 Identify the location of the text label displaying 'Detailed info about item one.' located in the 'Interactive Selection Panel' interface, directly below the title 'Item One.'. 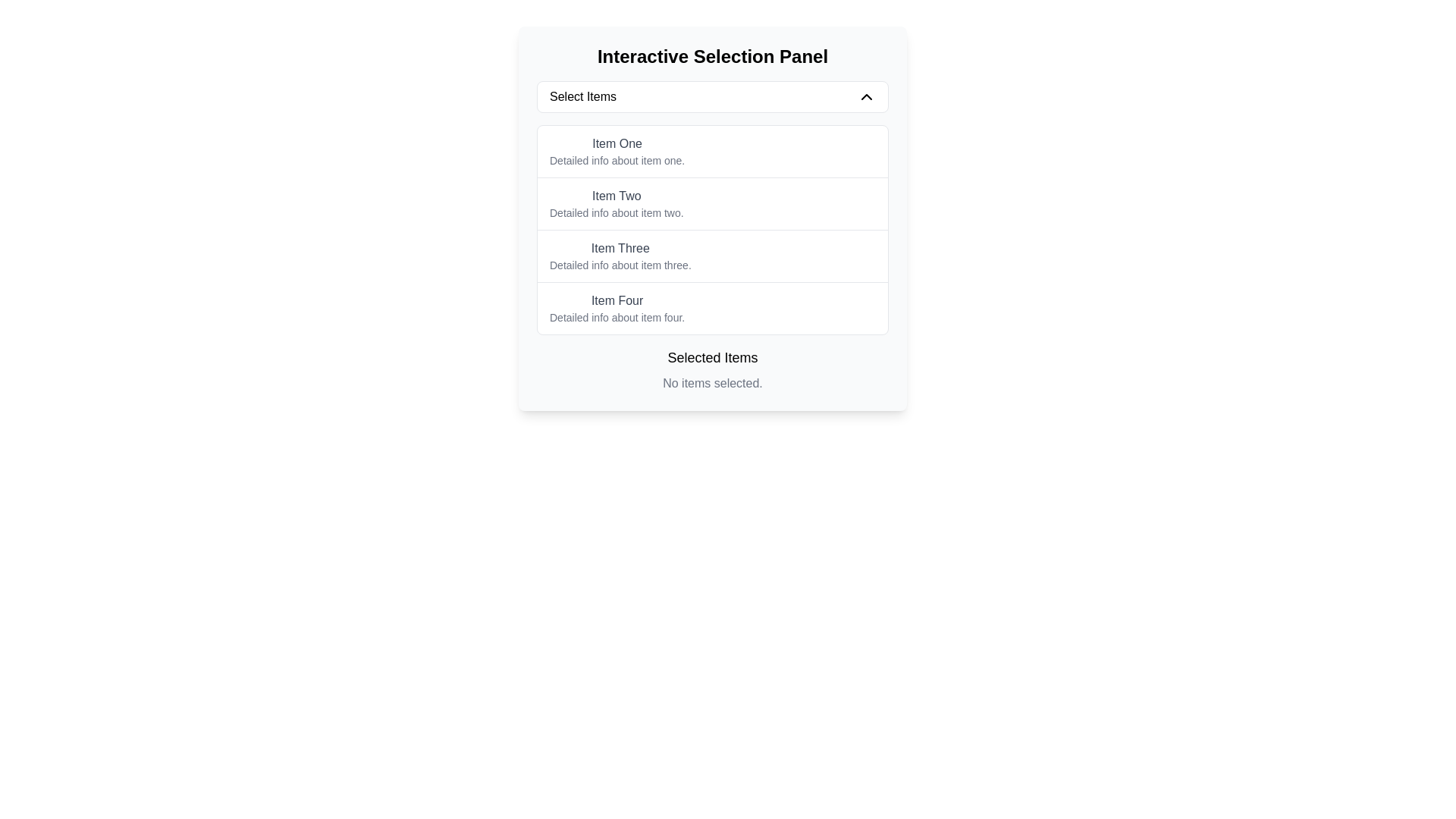
(617, 161).